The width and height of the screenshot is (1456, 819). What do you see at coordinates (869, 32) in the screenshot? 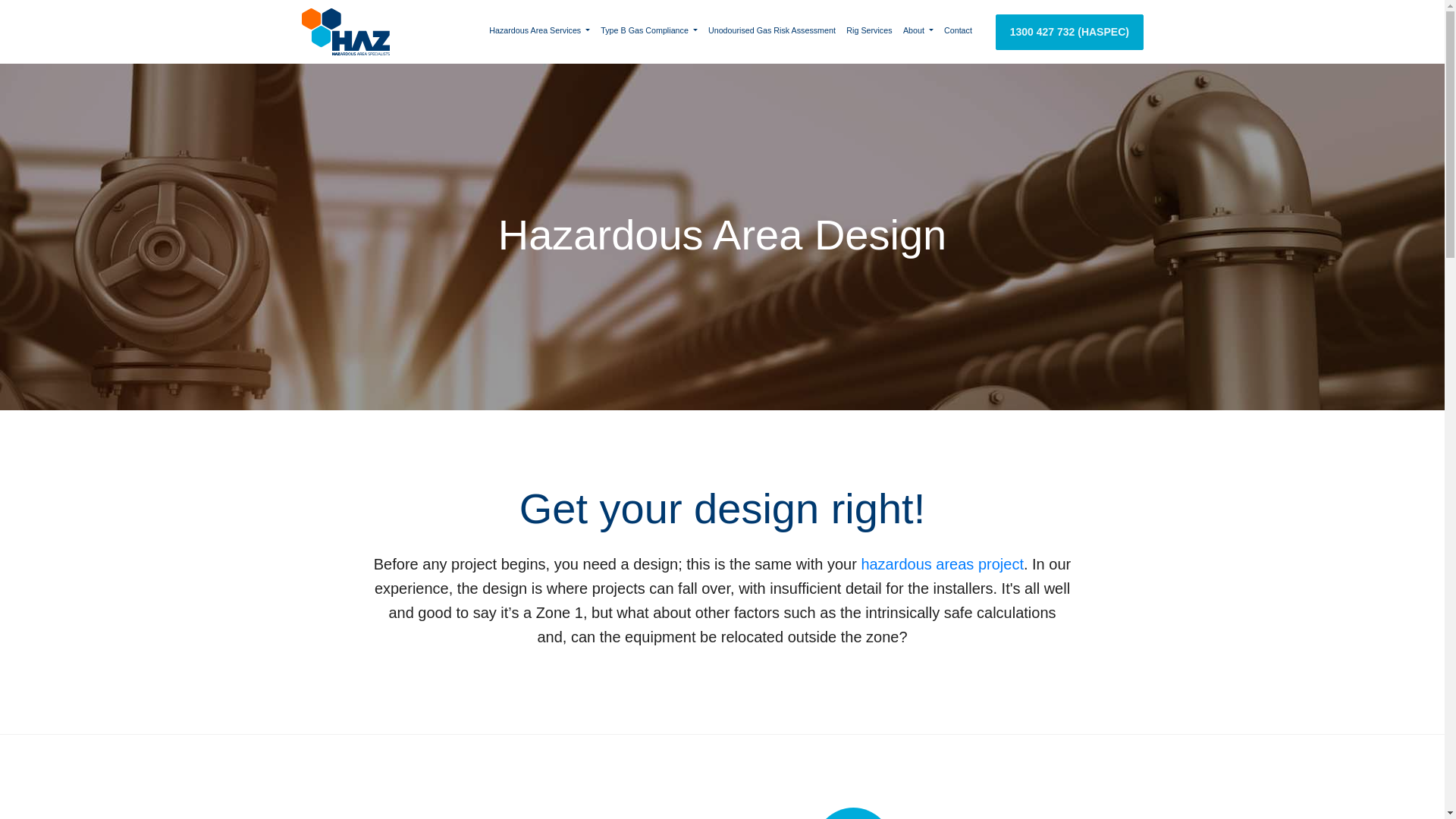
I see `'Rig Services'` at bounding box center [869, 32].